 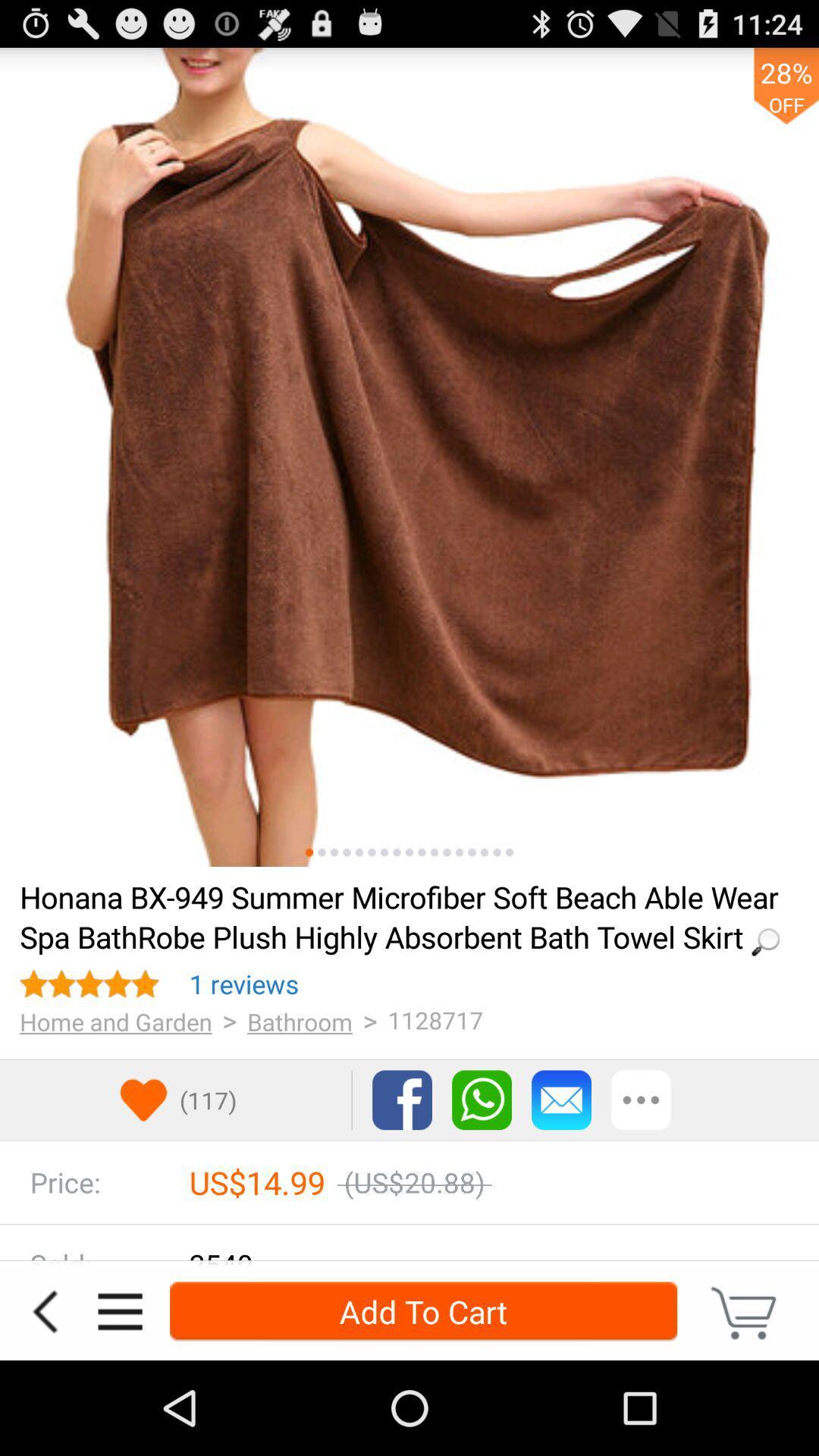 What do you see at coordinates (321, 852) in the screenshot?
I see `product image` at bounding box center [321, 852].